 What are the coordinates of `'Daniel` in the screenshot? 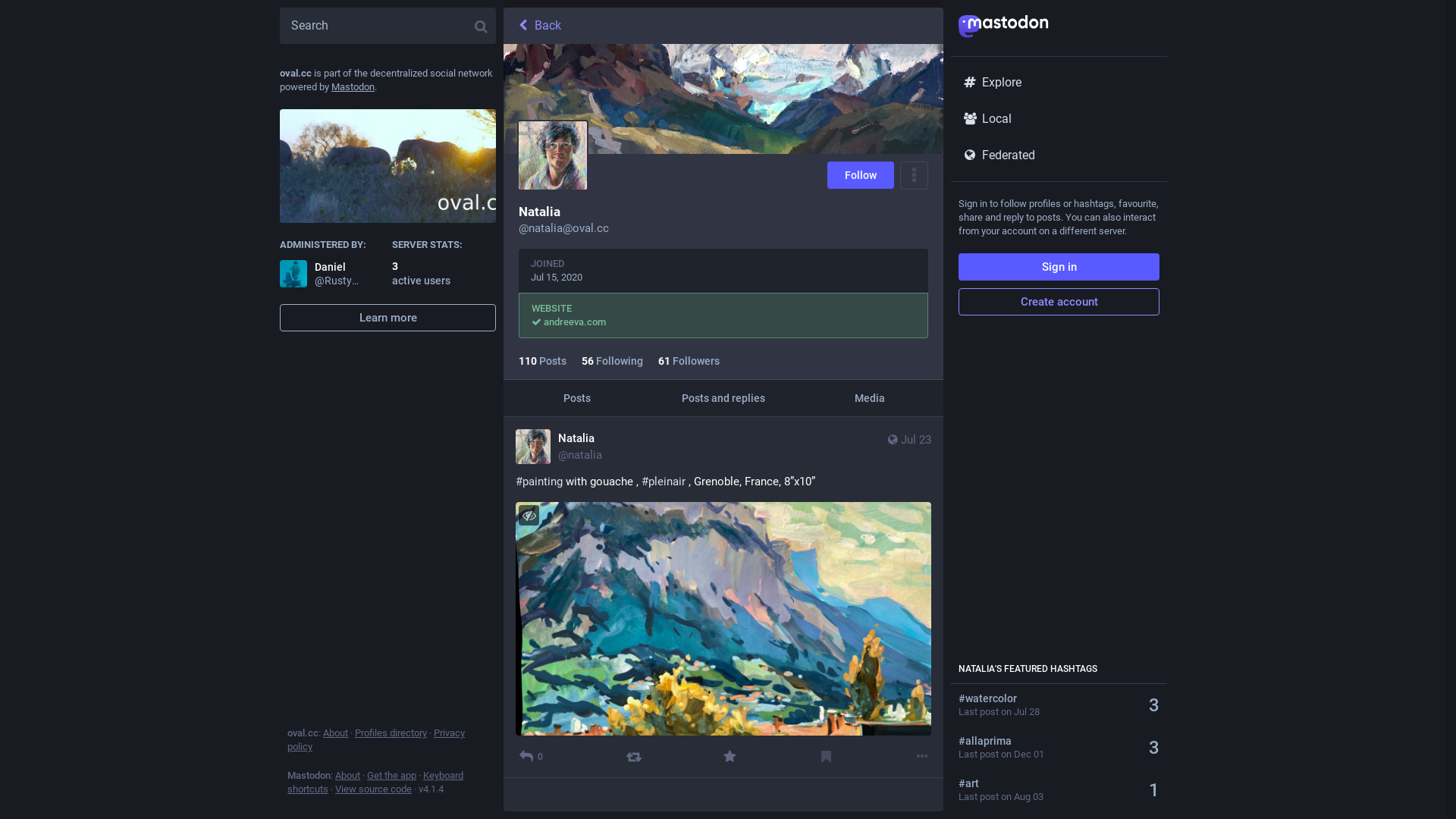 It's located at (319, 274).